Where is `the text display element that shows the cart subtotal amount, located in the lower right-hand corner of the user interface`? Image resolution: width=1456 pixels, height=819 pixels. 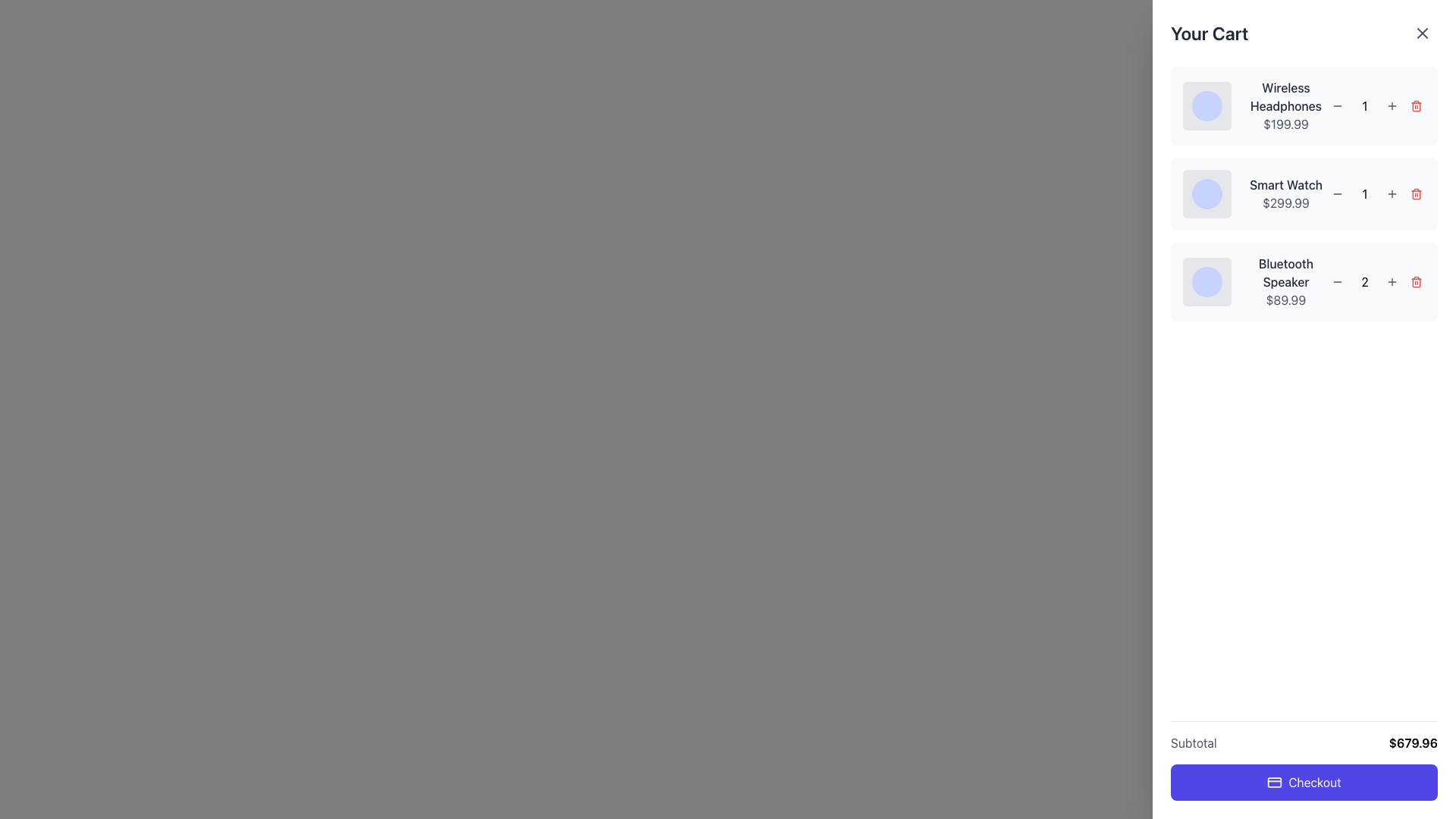 the text display element that shows the cart subtotal amount, located in the lower right-hand corner of the user interface is located at coordinates (1412, 742).